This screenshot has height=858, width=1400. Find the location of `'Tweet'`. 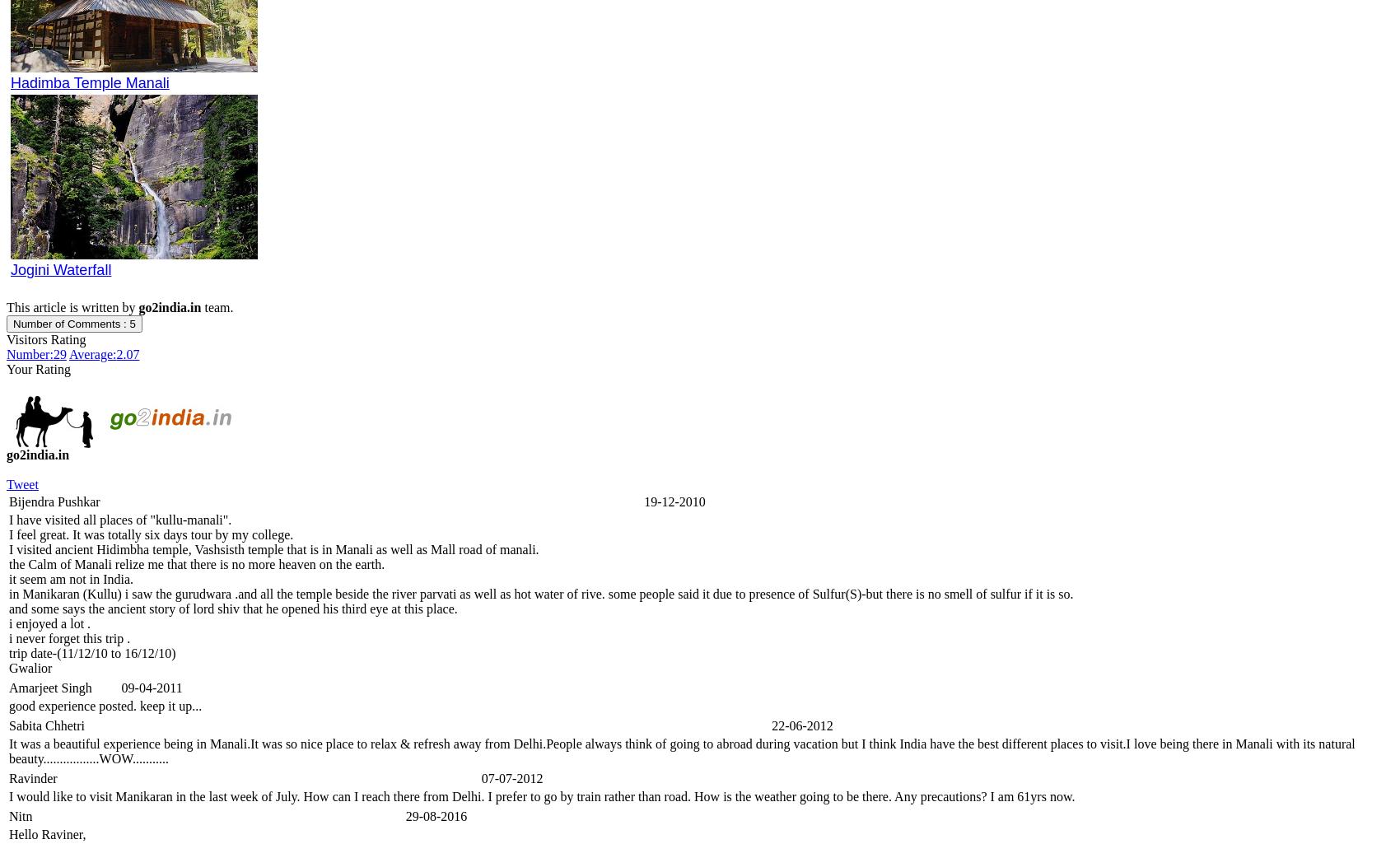

'Tweet' is located at coordinates (22, 483).